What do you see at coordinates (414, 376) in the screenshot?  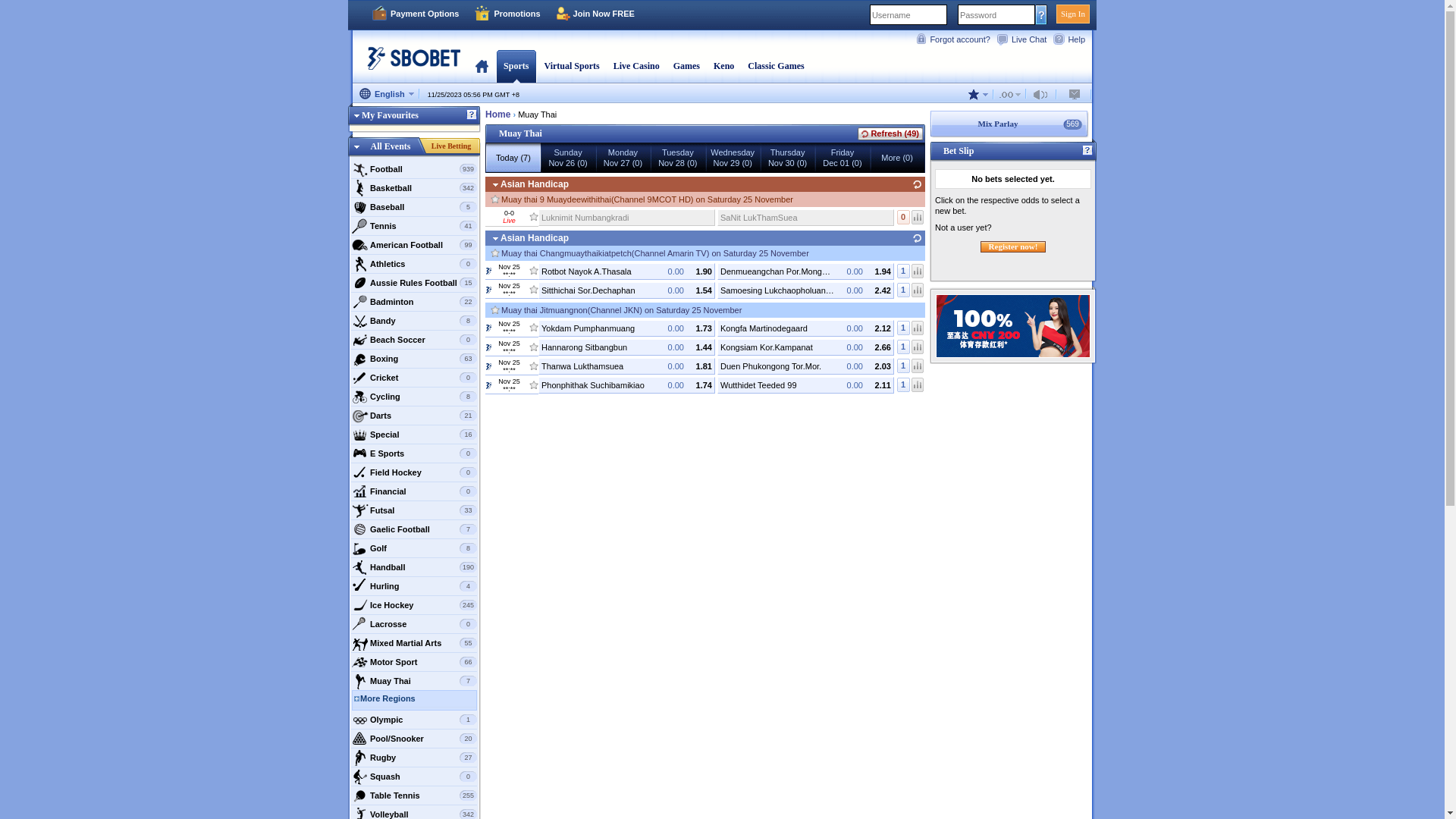 I see `'Cricket` at bounding box center [414, 376].